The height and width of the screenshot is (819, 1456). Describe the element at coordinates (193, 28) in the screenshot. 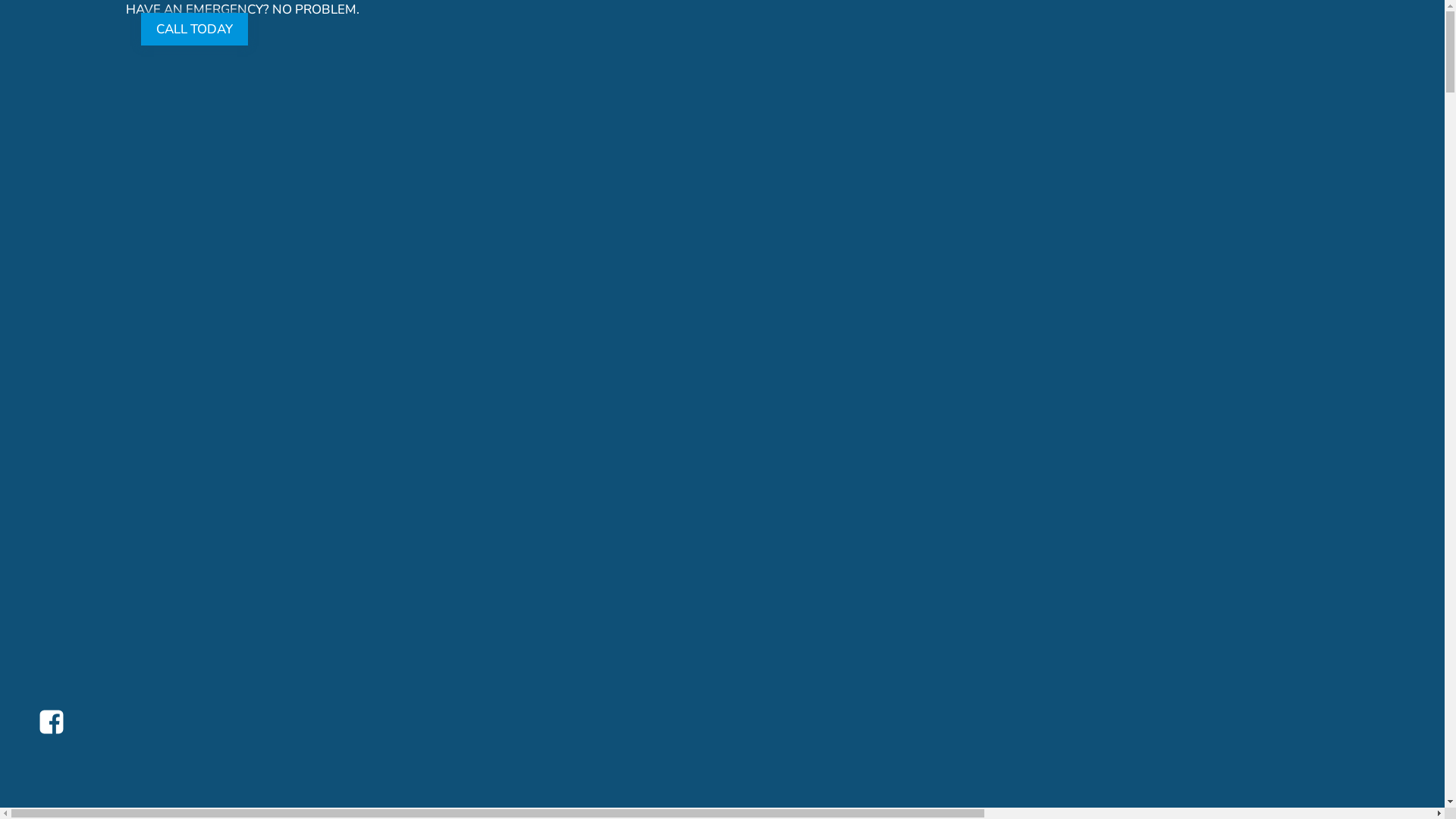

I see `'CALL TODAY'` at that location.